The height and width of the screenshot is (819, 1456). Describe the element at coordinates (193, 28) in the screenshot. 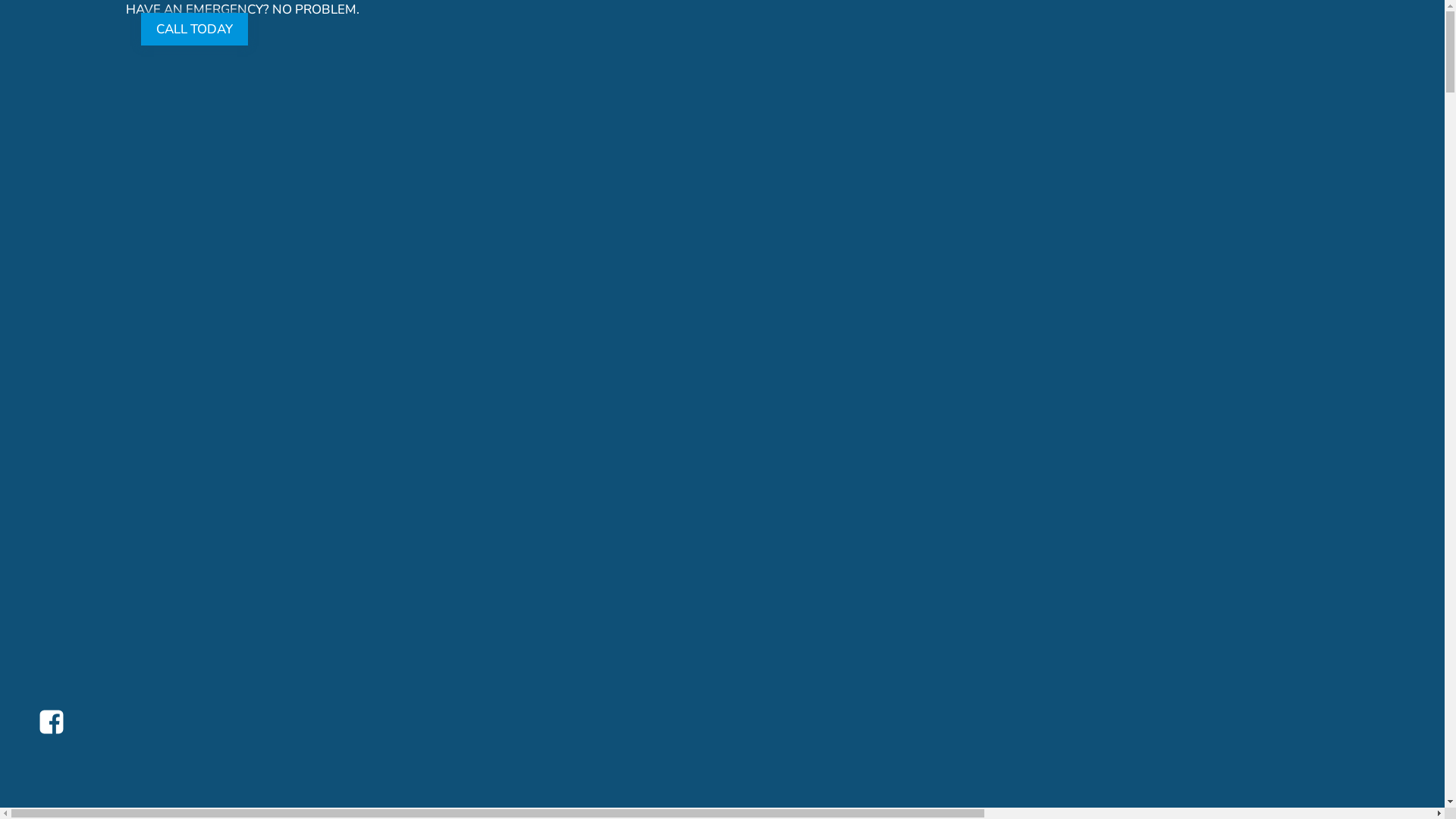

I see `'CALL TODAY'` at that location.